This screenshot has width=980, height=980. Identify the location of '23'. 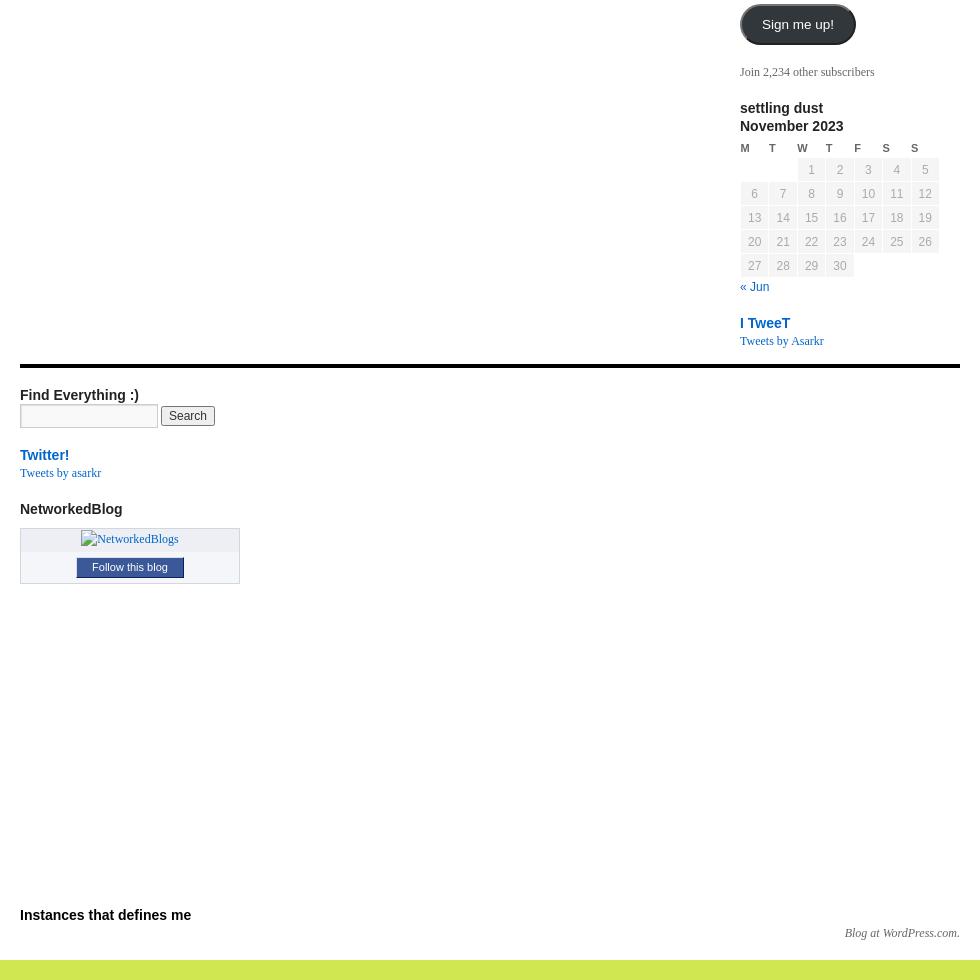
(833, 241).